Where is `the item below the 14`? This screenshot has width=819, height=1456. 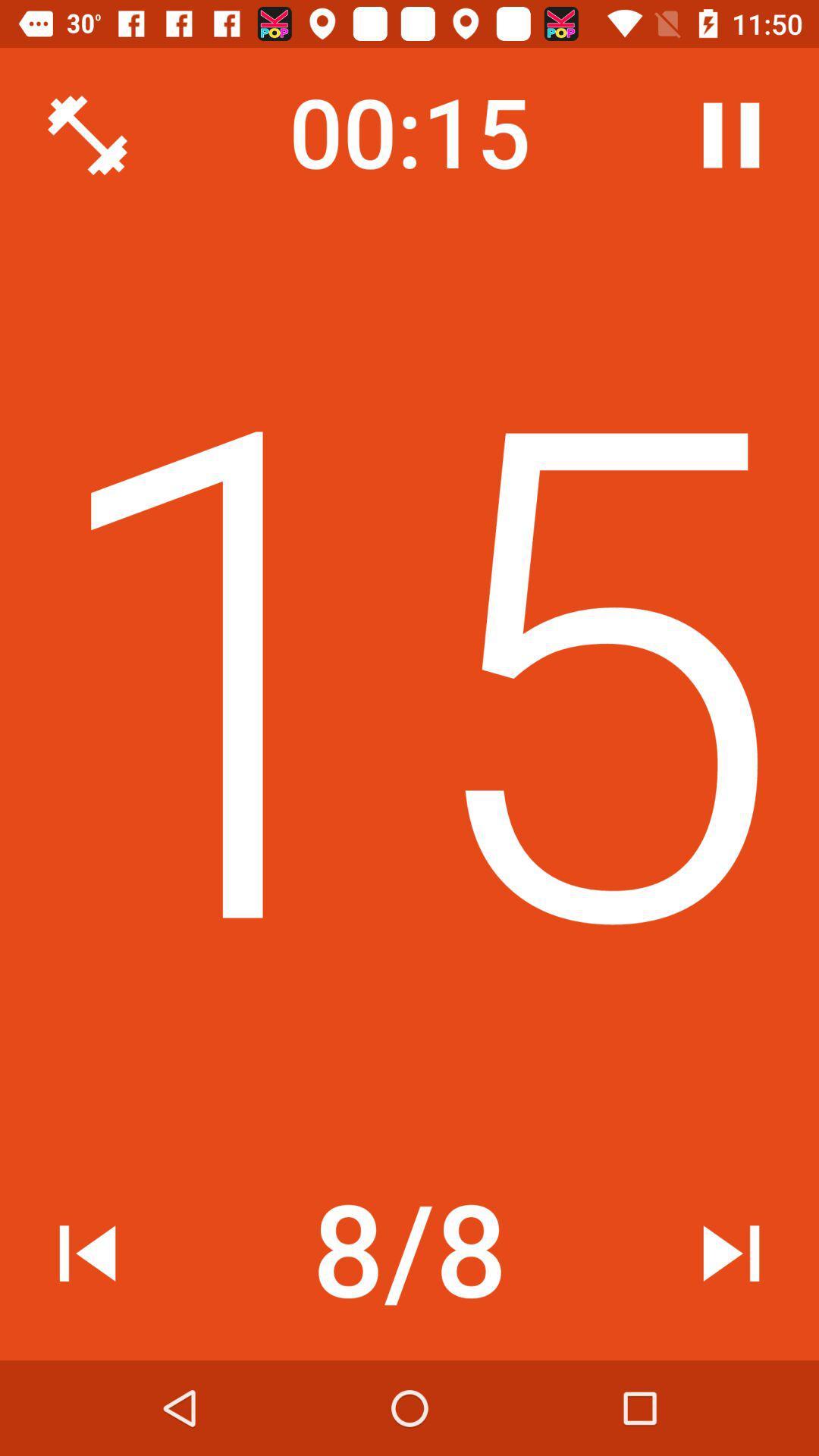
the item below the 14 is located at coordinates (409, 1254).